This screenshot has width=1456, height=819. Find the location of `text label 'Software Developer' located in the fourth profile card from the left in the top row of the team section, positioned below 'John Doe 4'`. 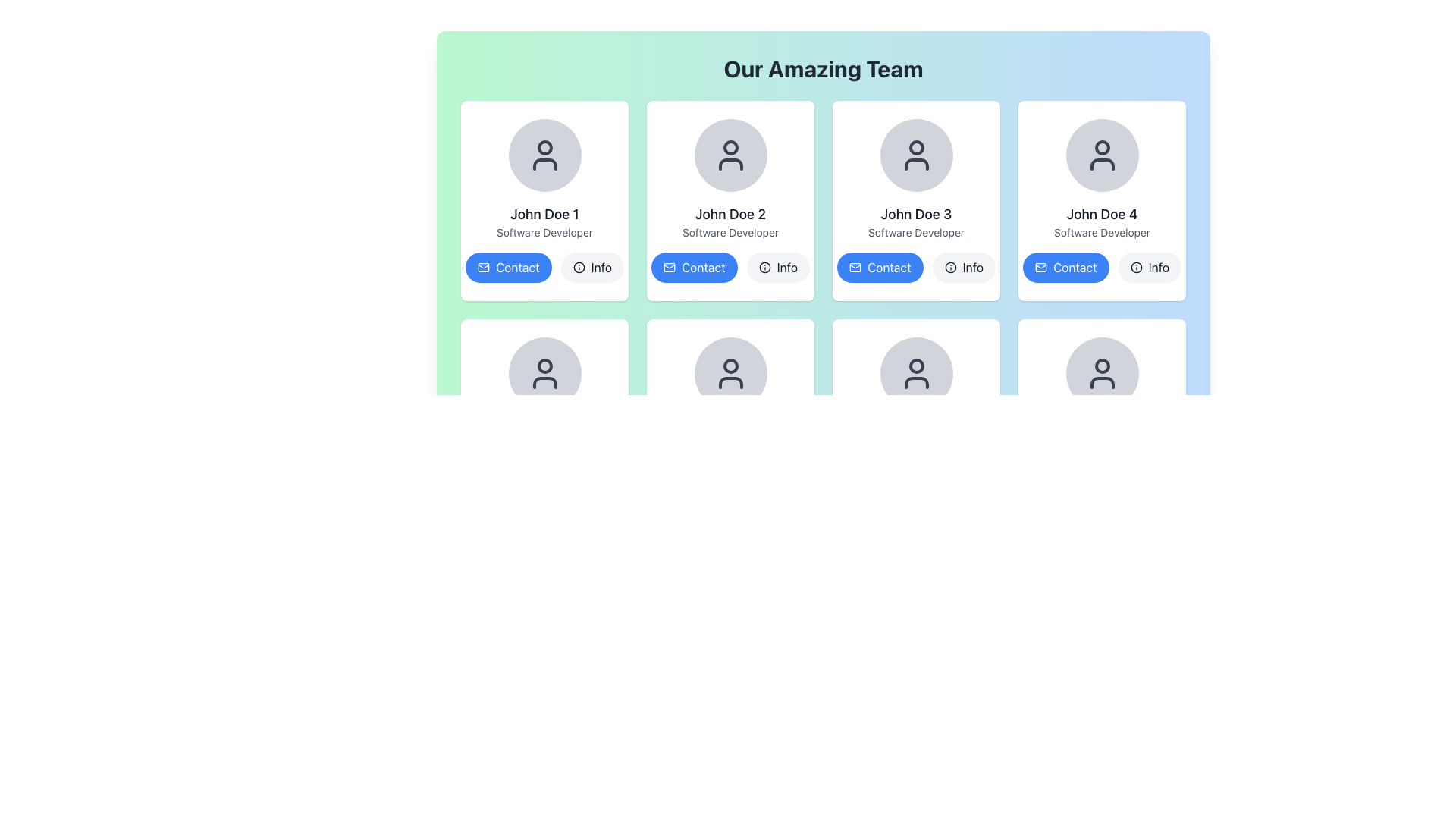

text label 'Software Developer' located in the fourth profile card from the left in the top row of the team section, positioned below 'John Doe 4' is located at coordinates (1102, 233).